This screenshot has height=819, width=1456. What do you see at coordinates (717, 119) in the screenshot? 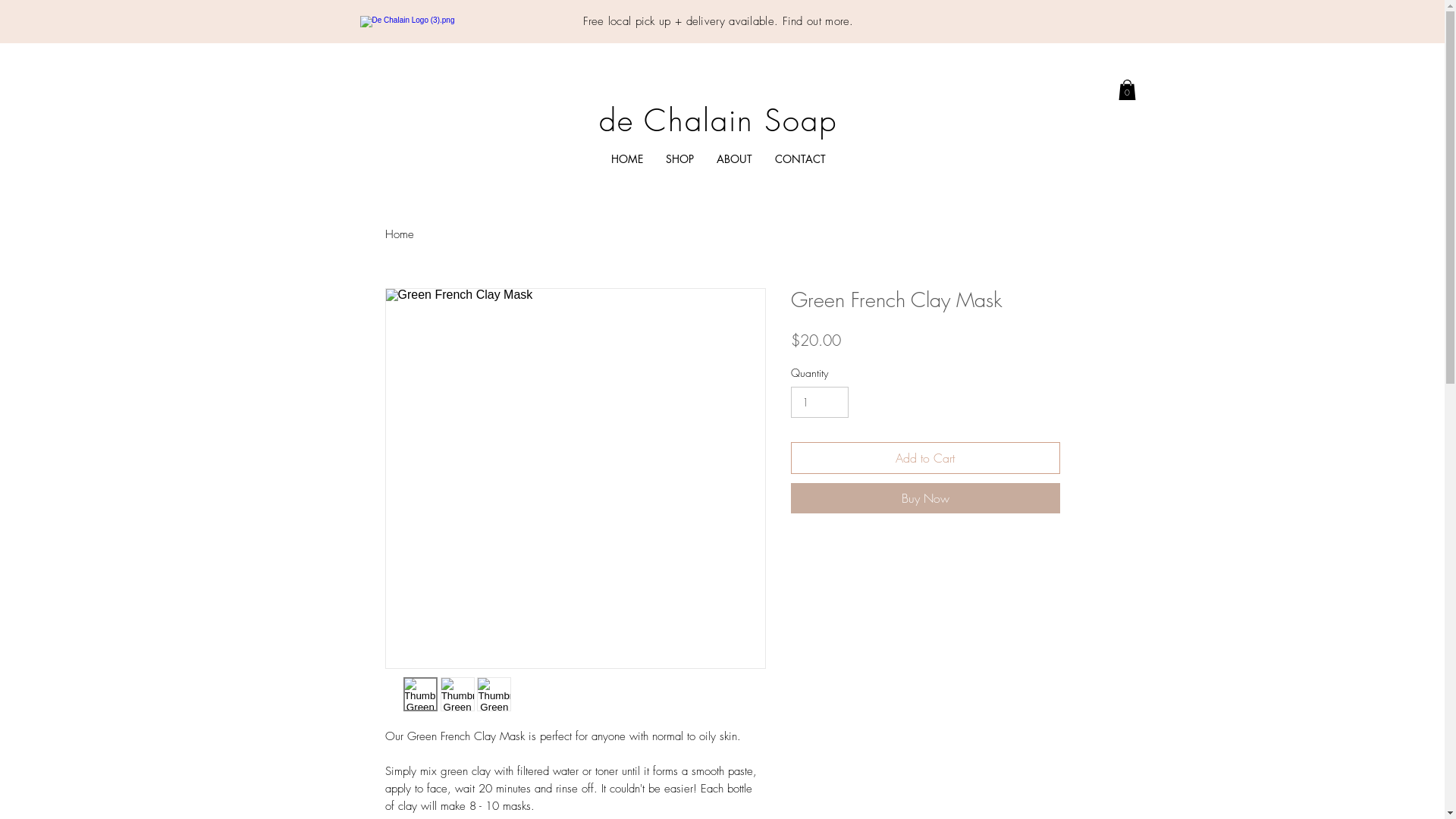
I see `'de Chalain Soap'` at bounding box center [717, 119].